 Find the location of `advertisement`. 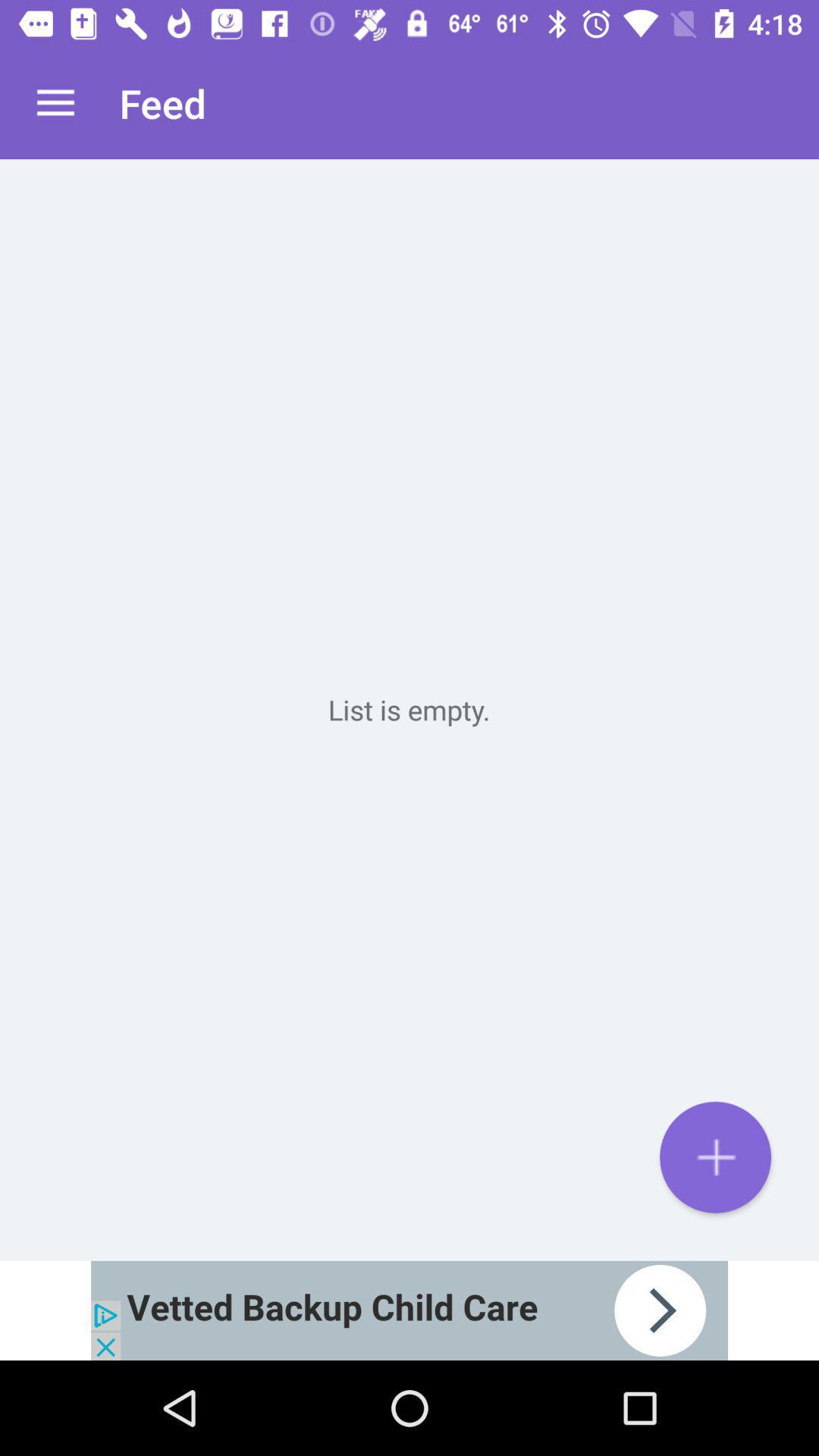

advertisement is located at coordinates (409, 1310).